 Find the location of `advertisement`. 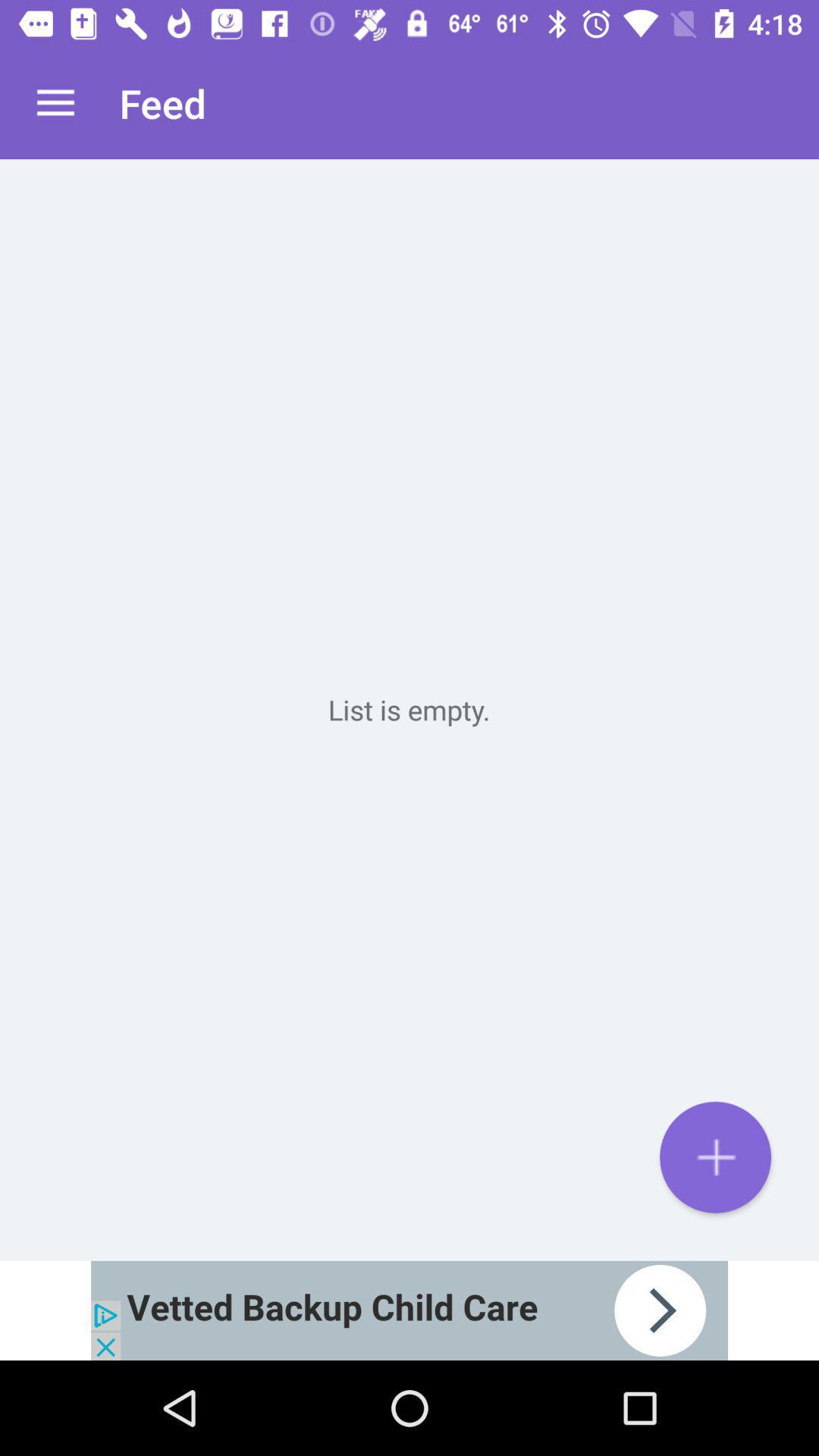

advertisement is located at coordinates (409, 1310).